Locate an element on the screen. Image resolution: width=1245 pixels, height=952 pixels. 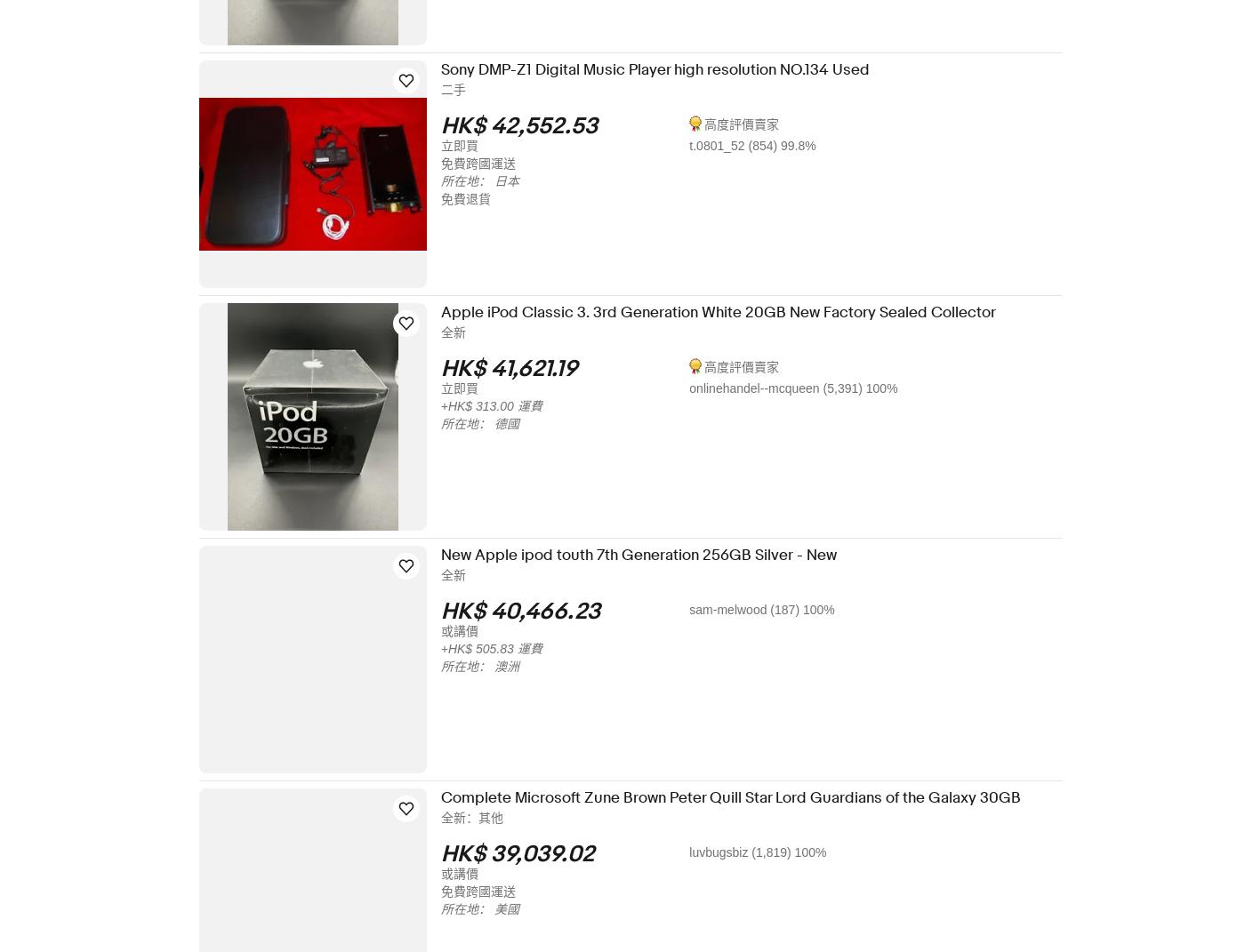
'Complete Microsoft Zune Brown Peter Quill Star Lord Guardians of the Galaxy 30GB' is located at coordinates (742, 797).